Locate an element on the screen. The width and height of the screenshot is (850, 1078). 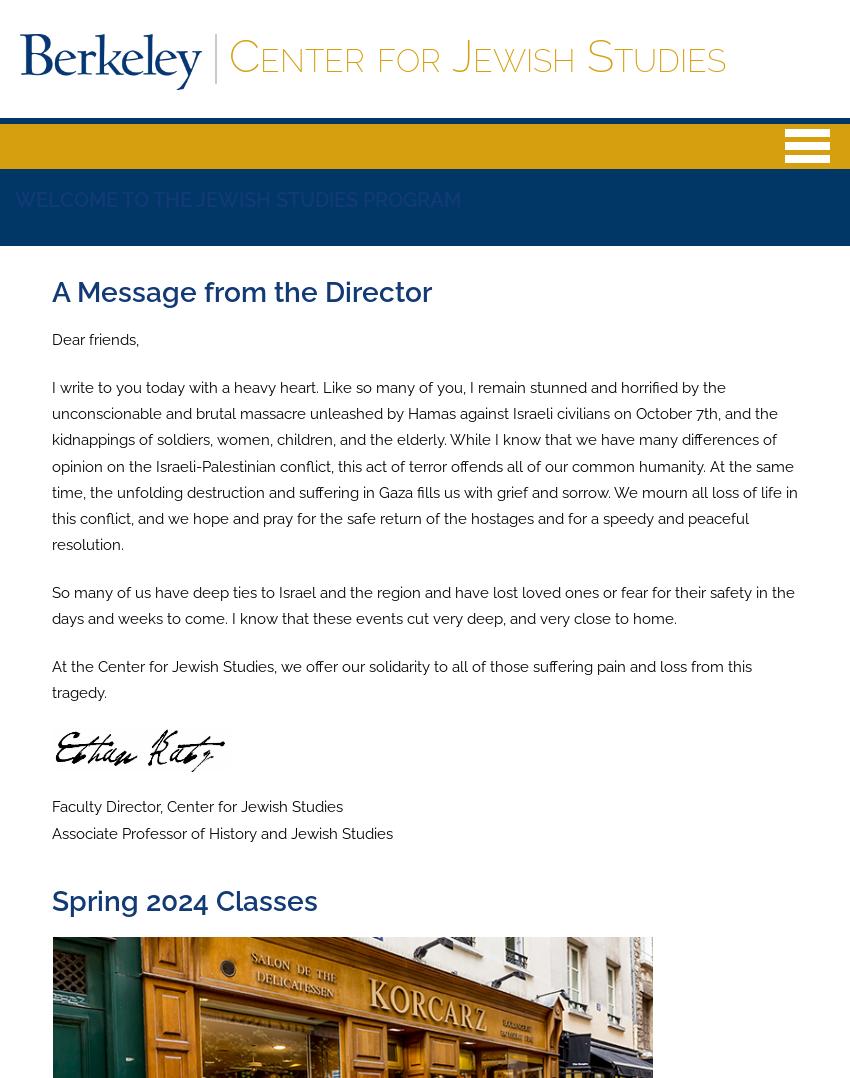
'A Message from the Director' is located at coordinates (241, 292).